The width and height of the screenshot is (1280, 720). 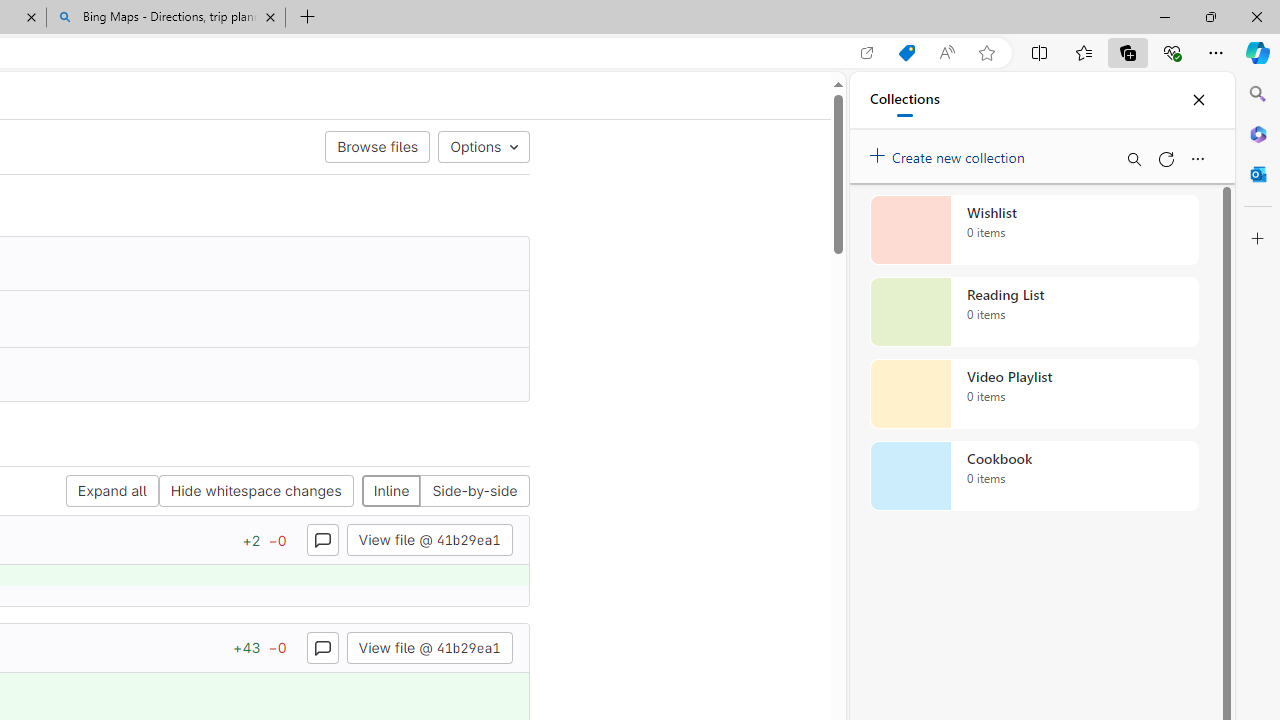 I want to click on 'Side-by-side', so click(x=473, y=491).